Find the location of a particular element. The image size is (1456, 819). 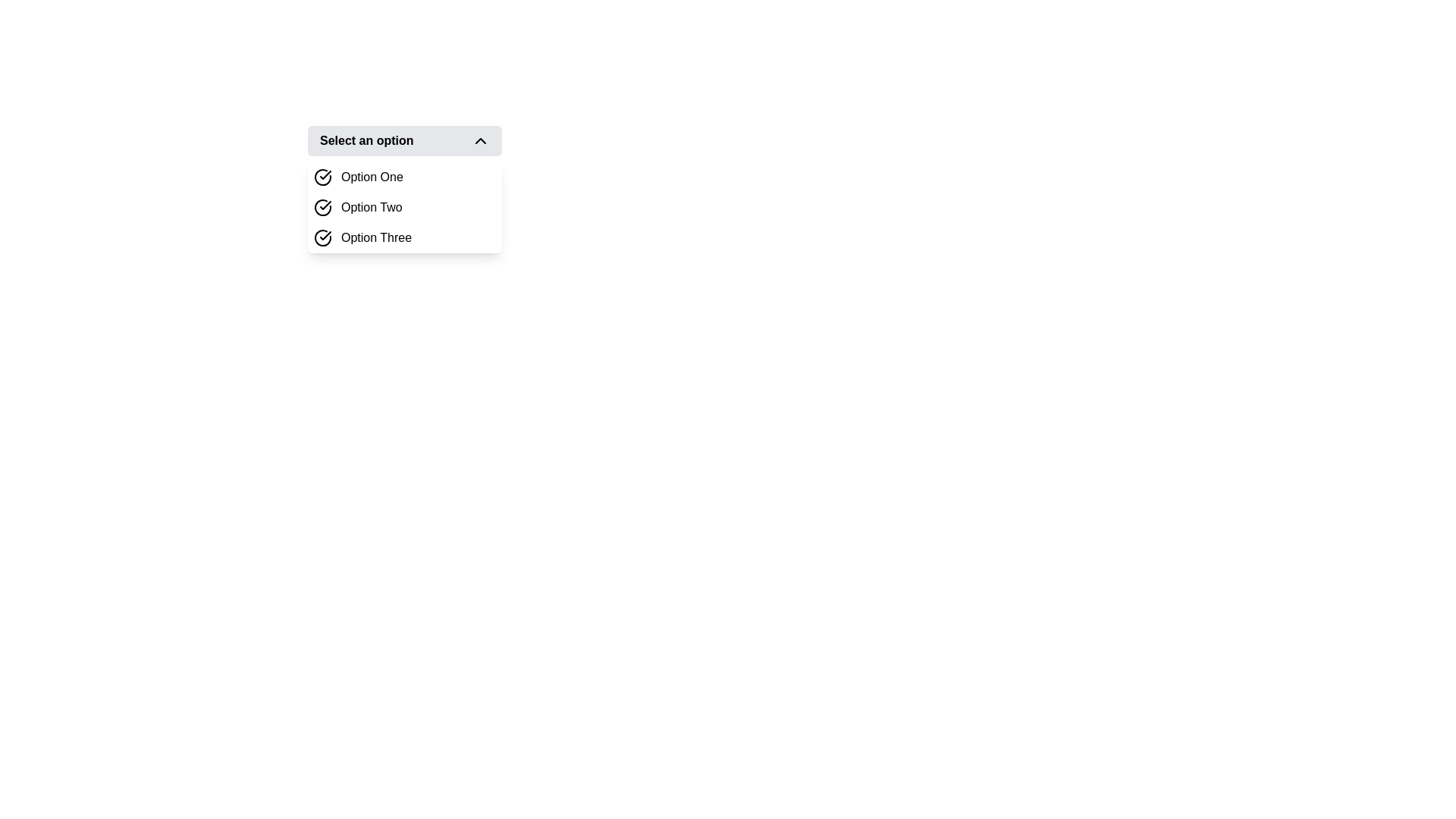

the checkmark icon indicating a selected state next to 'Option Two' in the dropdown menu is located at coordinates (325, 205).